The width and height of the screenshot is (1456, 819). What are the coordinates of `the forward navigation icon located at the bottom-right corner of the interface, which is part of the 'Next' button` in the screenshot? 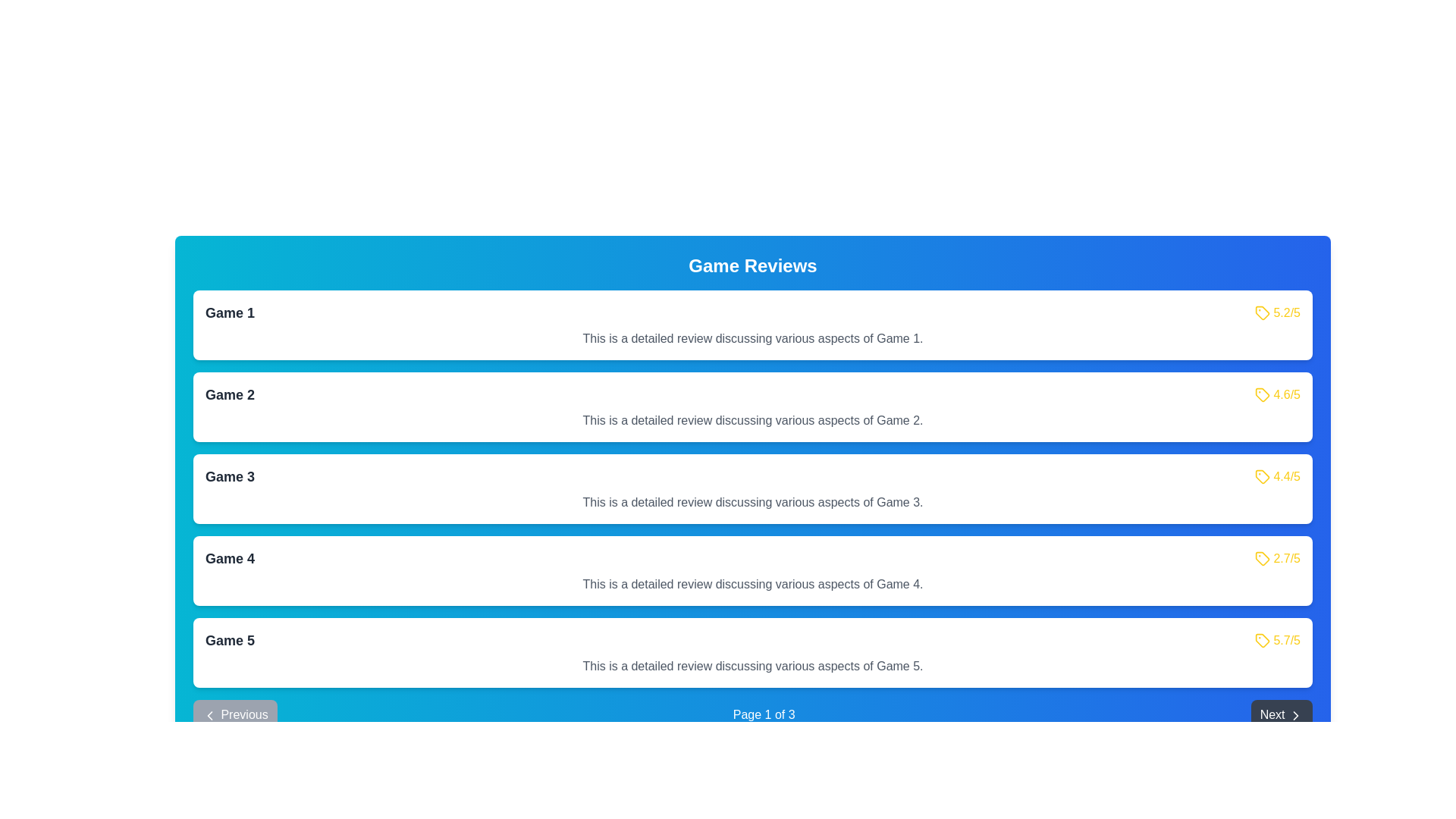 It's located at (1294, 714).